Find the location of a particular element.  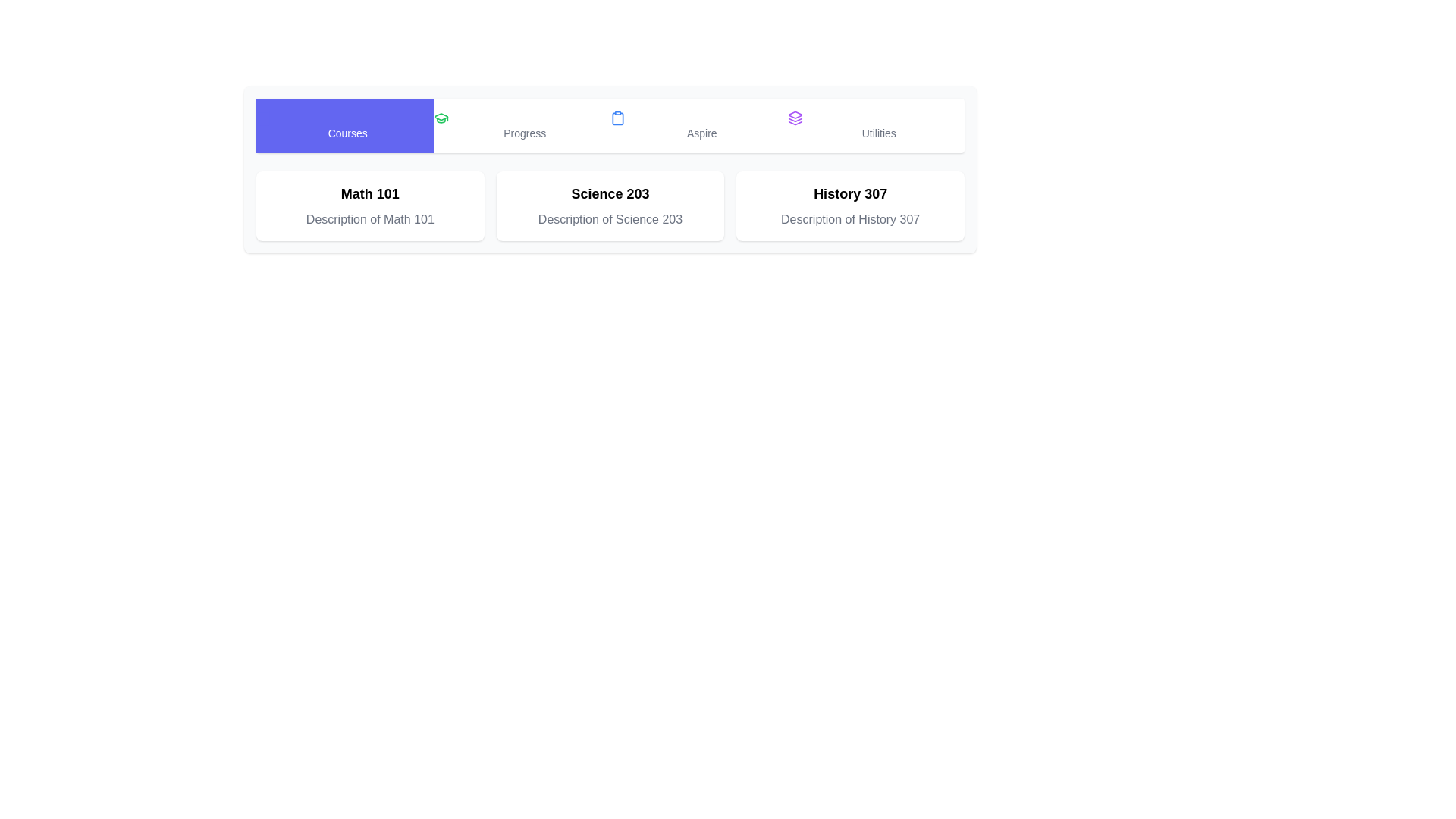

the 'Progress' text label, which is displayed in small, gray text within the navigation area, located in the second item of a horizontal navigation bar, immediately after a graduation cap icon is located at coordinates (525, 133).